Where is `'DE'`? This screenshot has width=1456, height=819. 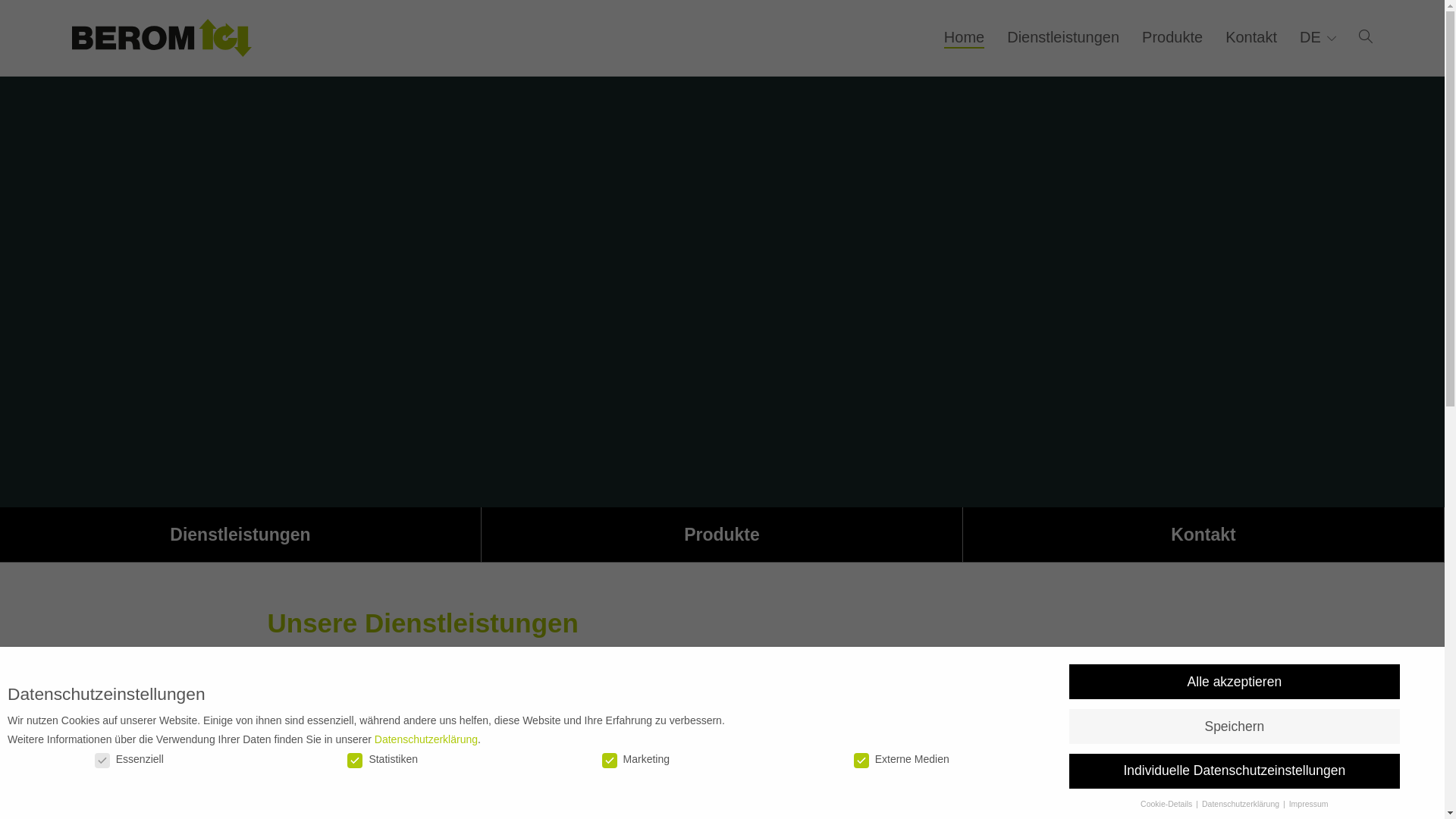 'DE' is located at coordinates (1298, 36).